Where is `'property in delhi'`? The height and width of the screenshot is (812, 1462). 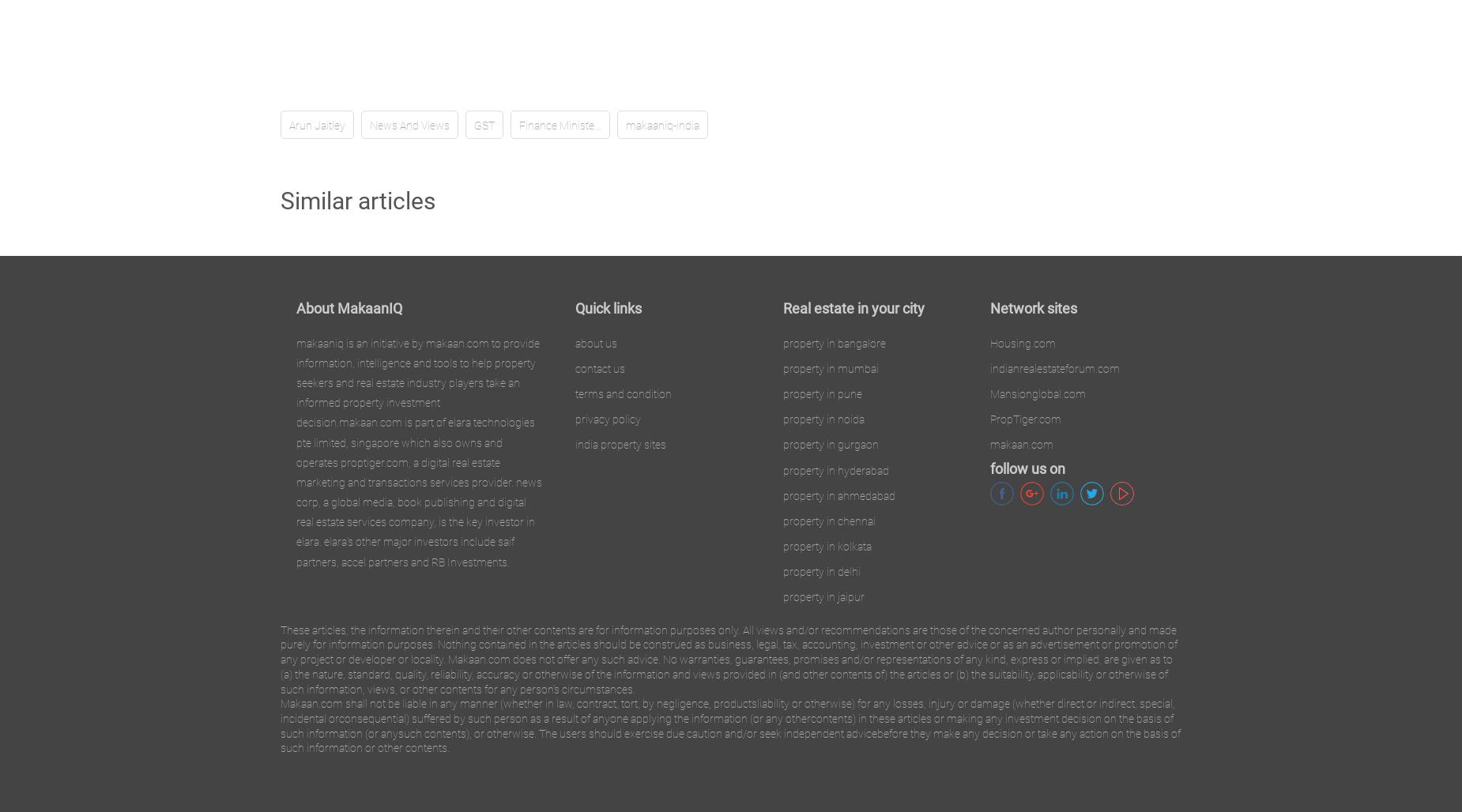 'property in delhi' is located at coordinates (781, 571).